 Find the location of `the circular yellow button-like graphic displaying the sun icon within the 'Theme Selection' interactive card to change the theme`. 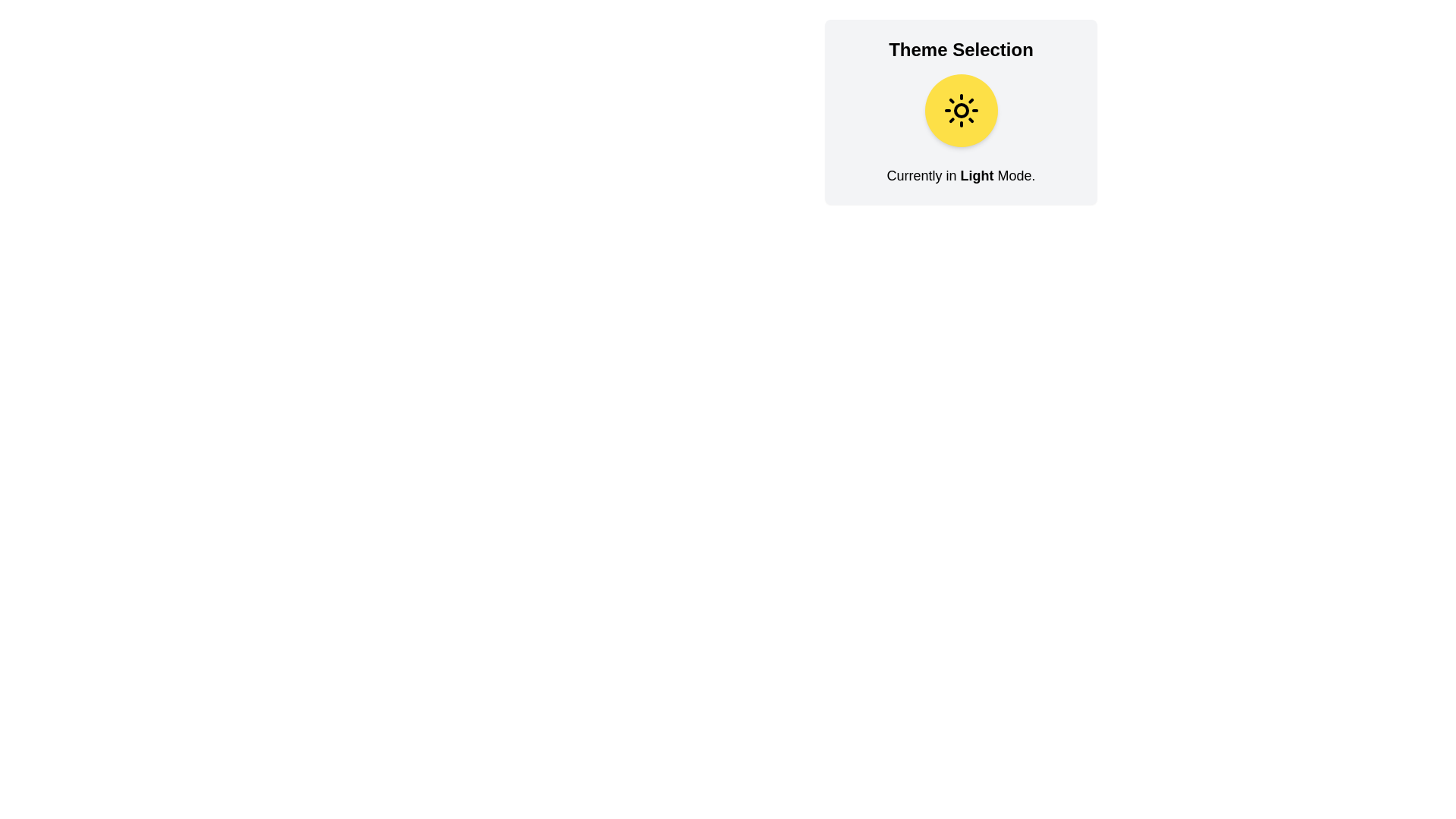

the circular yellow button-like graphic displaying the sun icon within the 'Theme Selection' interactive card to change the theme is located at coordinates (960, 111).